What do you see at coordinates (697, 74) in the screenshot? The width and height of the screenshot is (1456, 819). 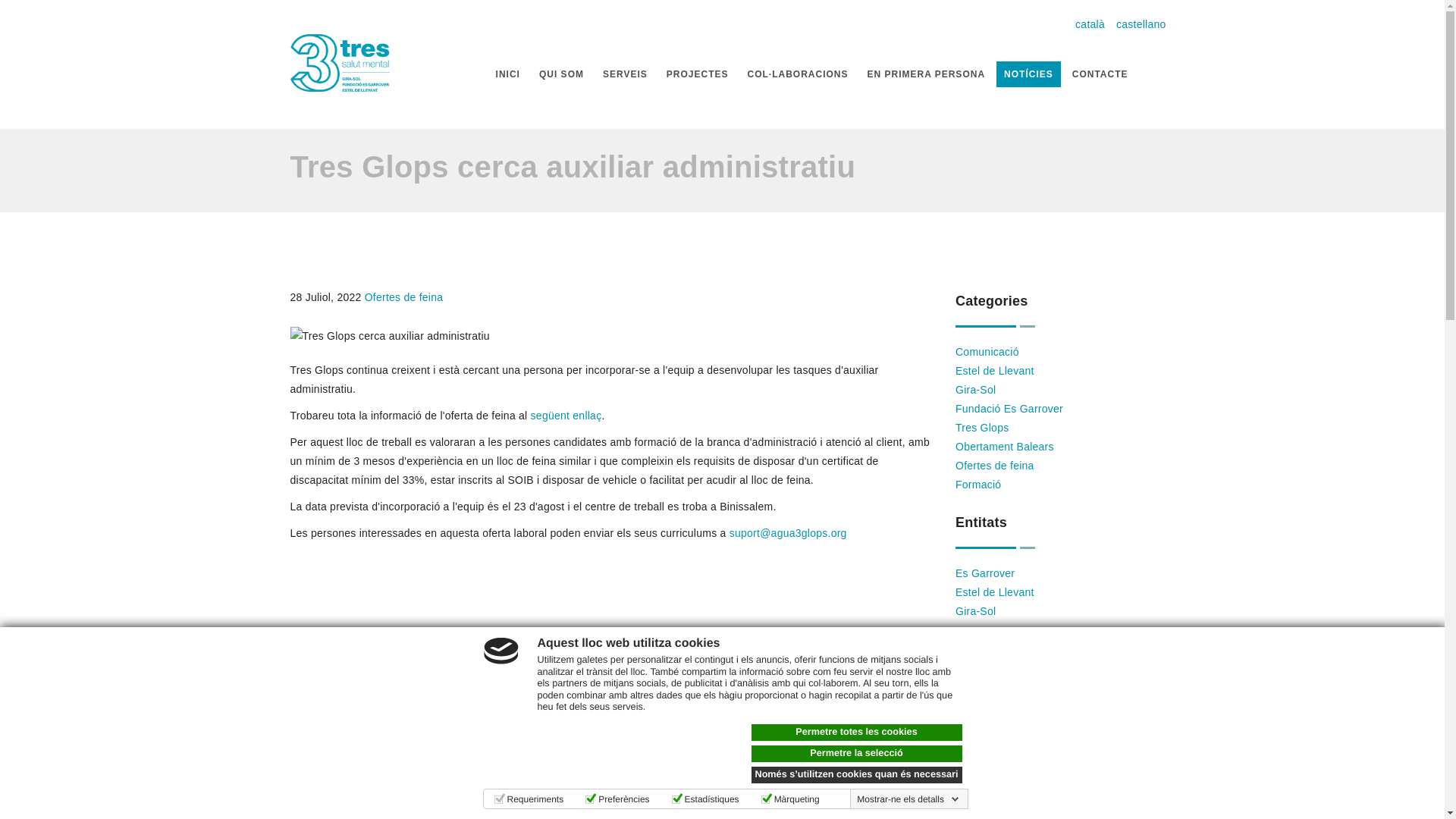 I see `'PROJECTES'` at bounding box center [697, 74].